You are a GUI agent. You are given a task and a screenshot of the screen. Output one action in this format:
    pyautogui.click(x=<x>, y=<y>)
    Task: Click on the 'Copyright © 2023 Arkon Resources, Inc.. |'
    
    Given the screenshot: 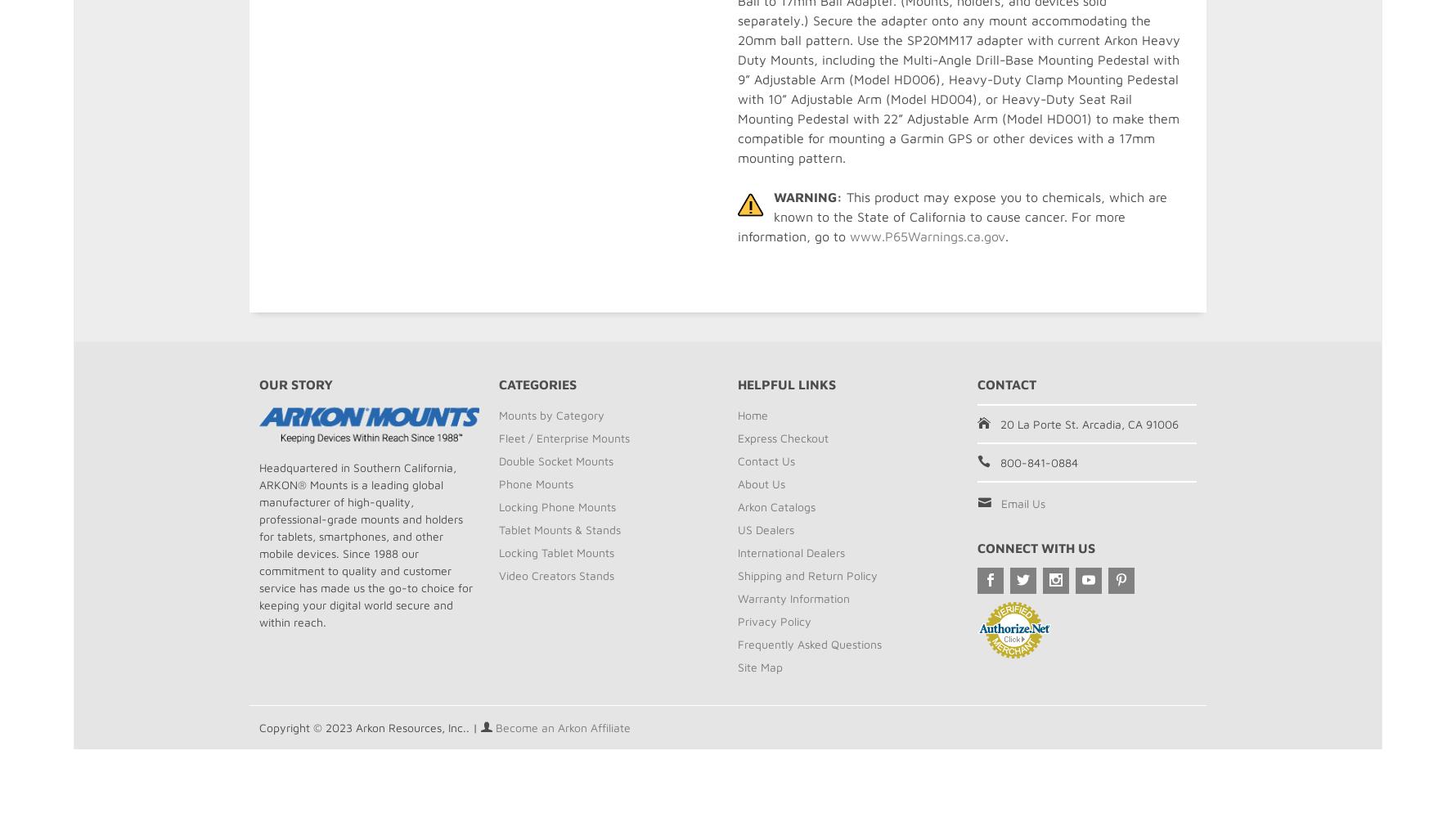 What is the action you would take?
    pyautogui.click(x=370, y=727)
    